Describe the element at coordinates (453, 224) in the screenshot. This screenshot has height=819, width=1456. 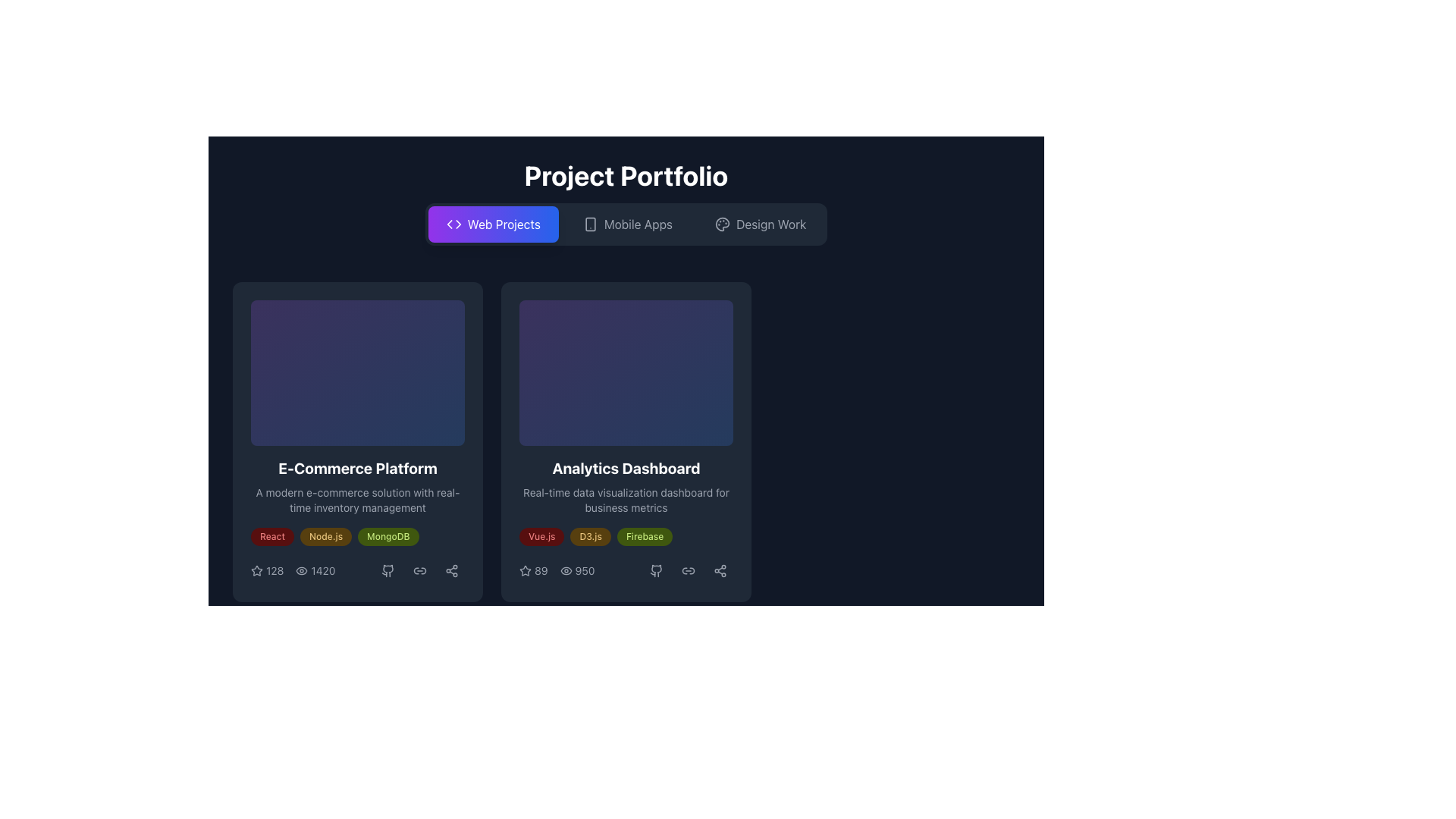
I see `the small coding or arrow symbol icon that is positioned to the left of the 'Web Projects' button` at that location.